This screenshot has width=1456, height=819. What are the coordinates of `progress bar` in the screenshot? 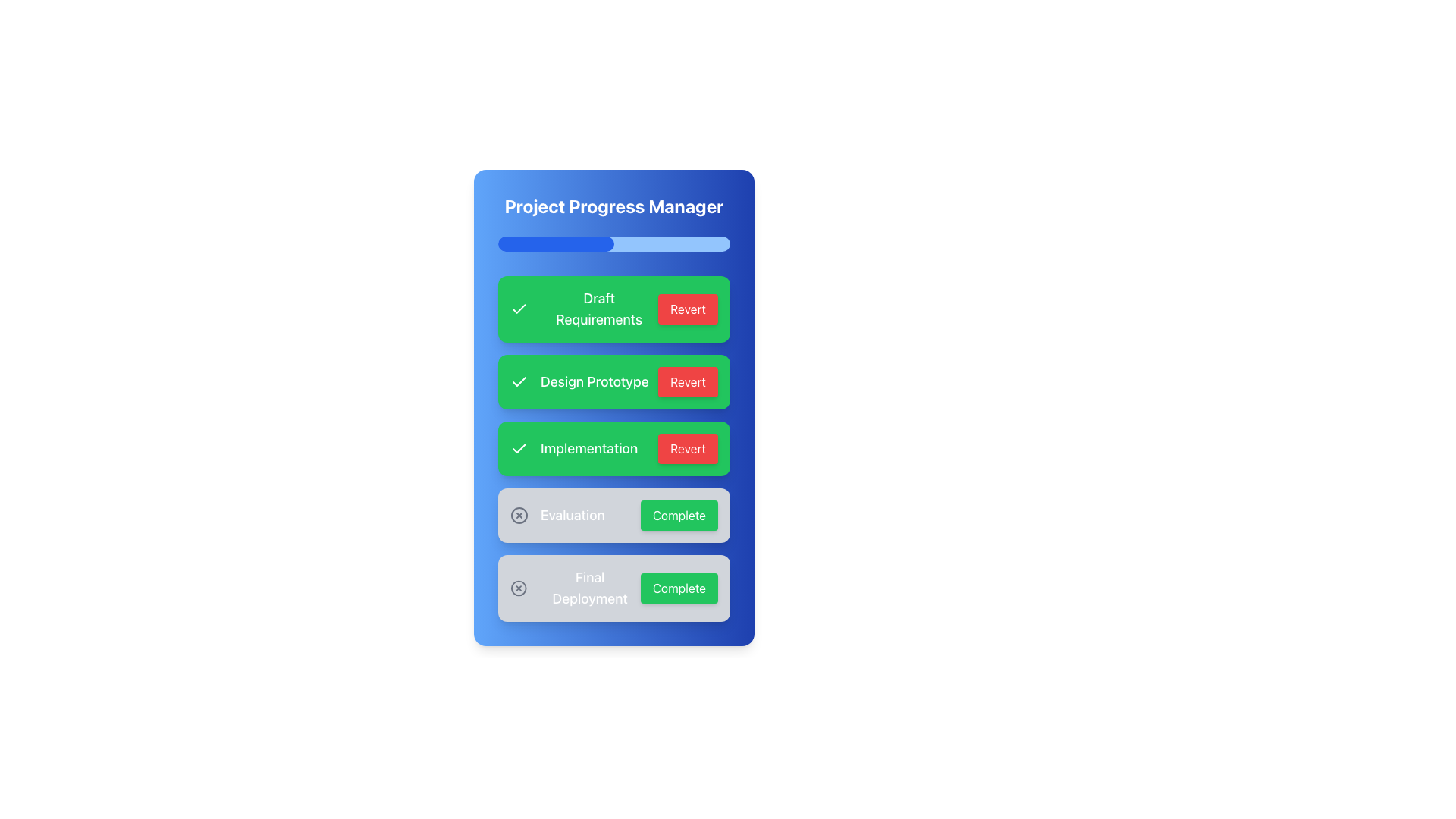 It's located at (538, 243).